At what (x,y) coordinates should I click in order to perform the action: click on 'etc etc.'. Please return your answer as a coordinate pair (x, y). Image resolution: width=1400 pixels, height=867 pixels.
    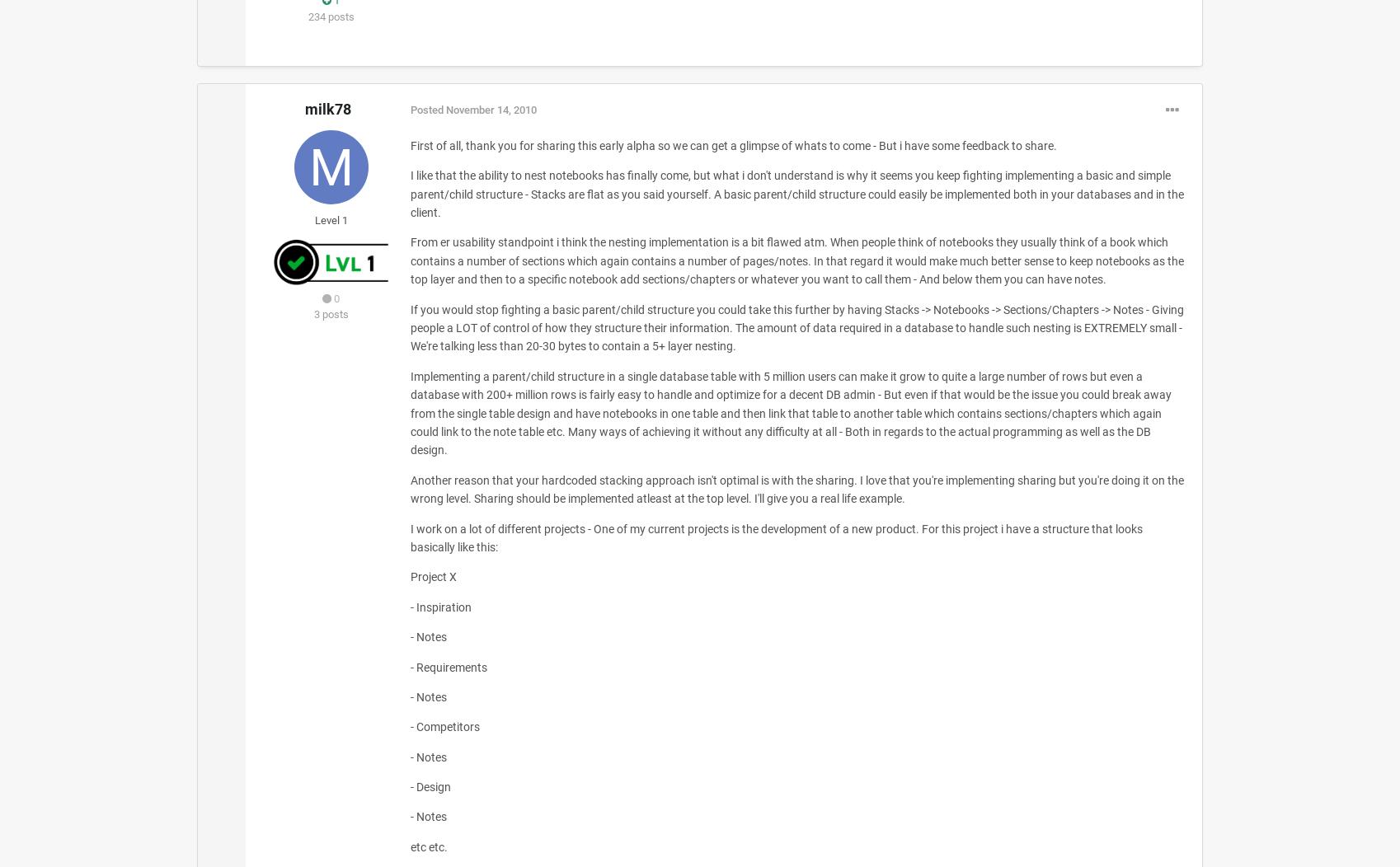
    Looking at the image, I should click on (428, 845).